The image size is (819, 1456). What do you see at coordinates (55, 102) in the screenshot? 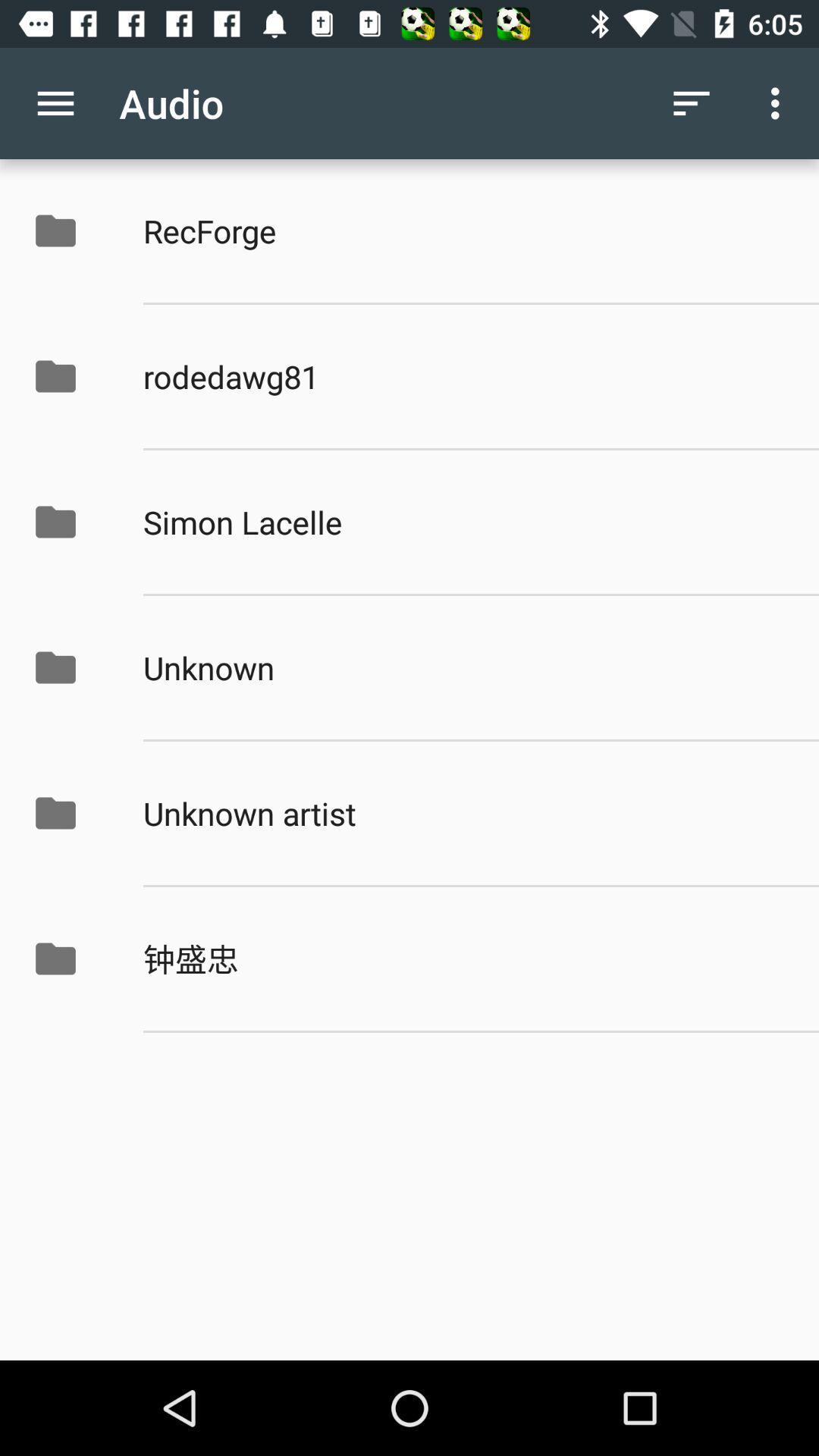
I see `item next to the audio icon` at bounding box center [55, 102].